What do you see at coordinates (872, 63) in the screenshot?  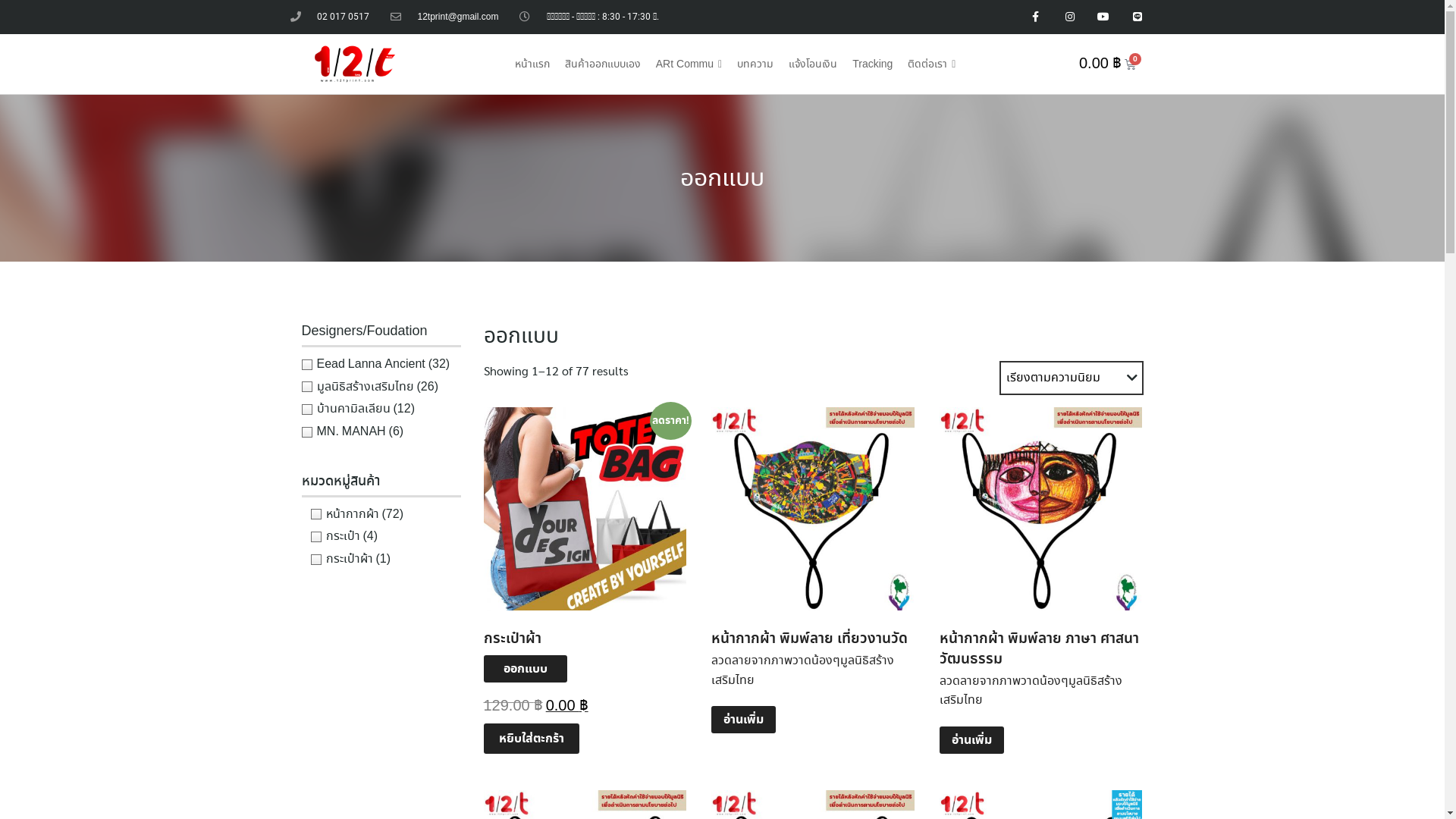 I see `'Tracking'` at bounding box center [872, 63].